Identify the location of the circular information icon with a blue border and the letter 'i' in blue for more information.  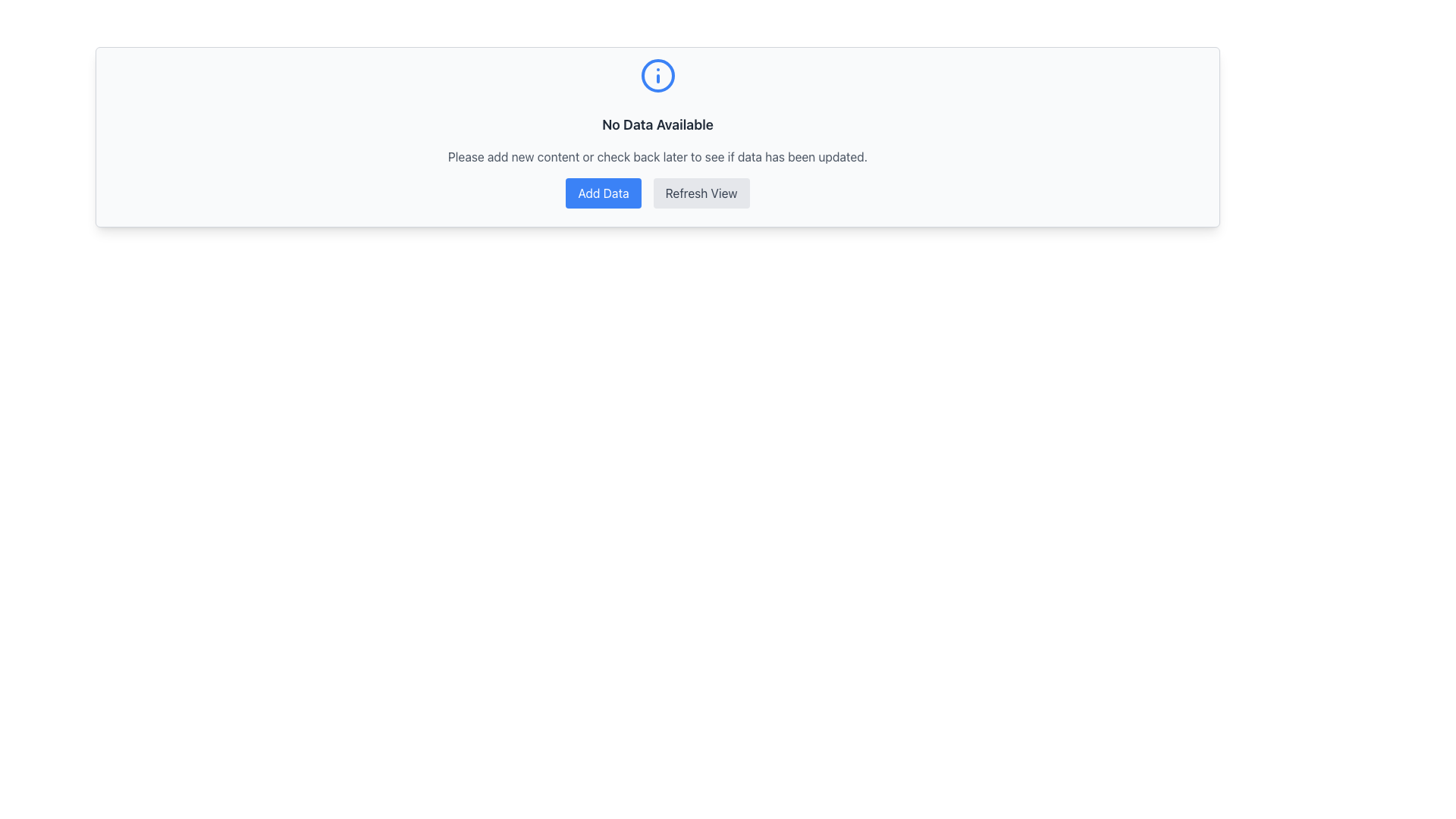
(657, 83).